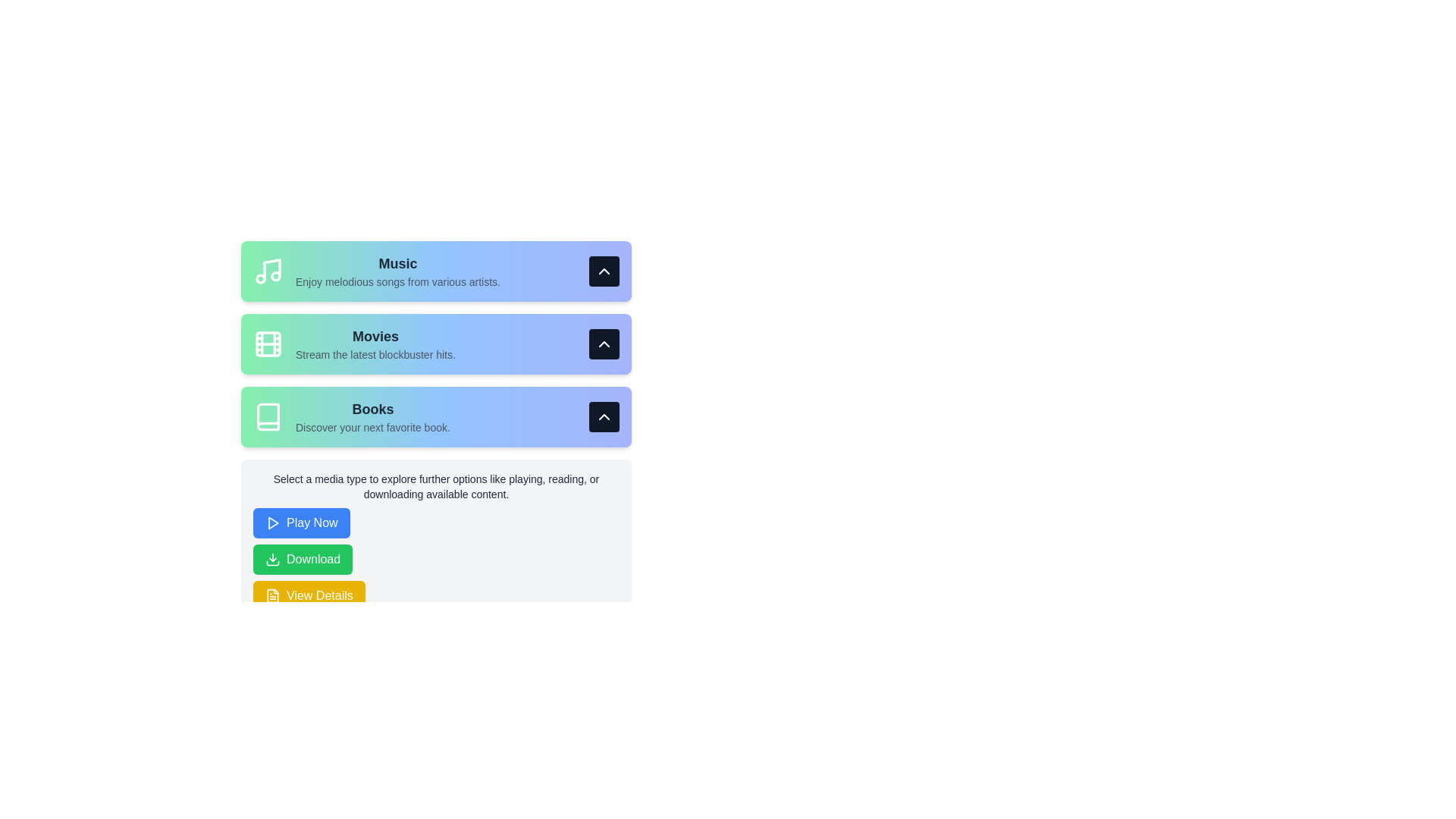  I want to click on the graphical icon resembling a book, located in the 'Books' section of the interface, beneath the 'Movies' item and above action buttons like 'Play Now', so click(268, 417).